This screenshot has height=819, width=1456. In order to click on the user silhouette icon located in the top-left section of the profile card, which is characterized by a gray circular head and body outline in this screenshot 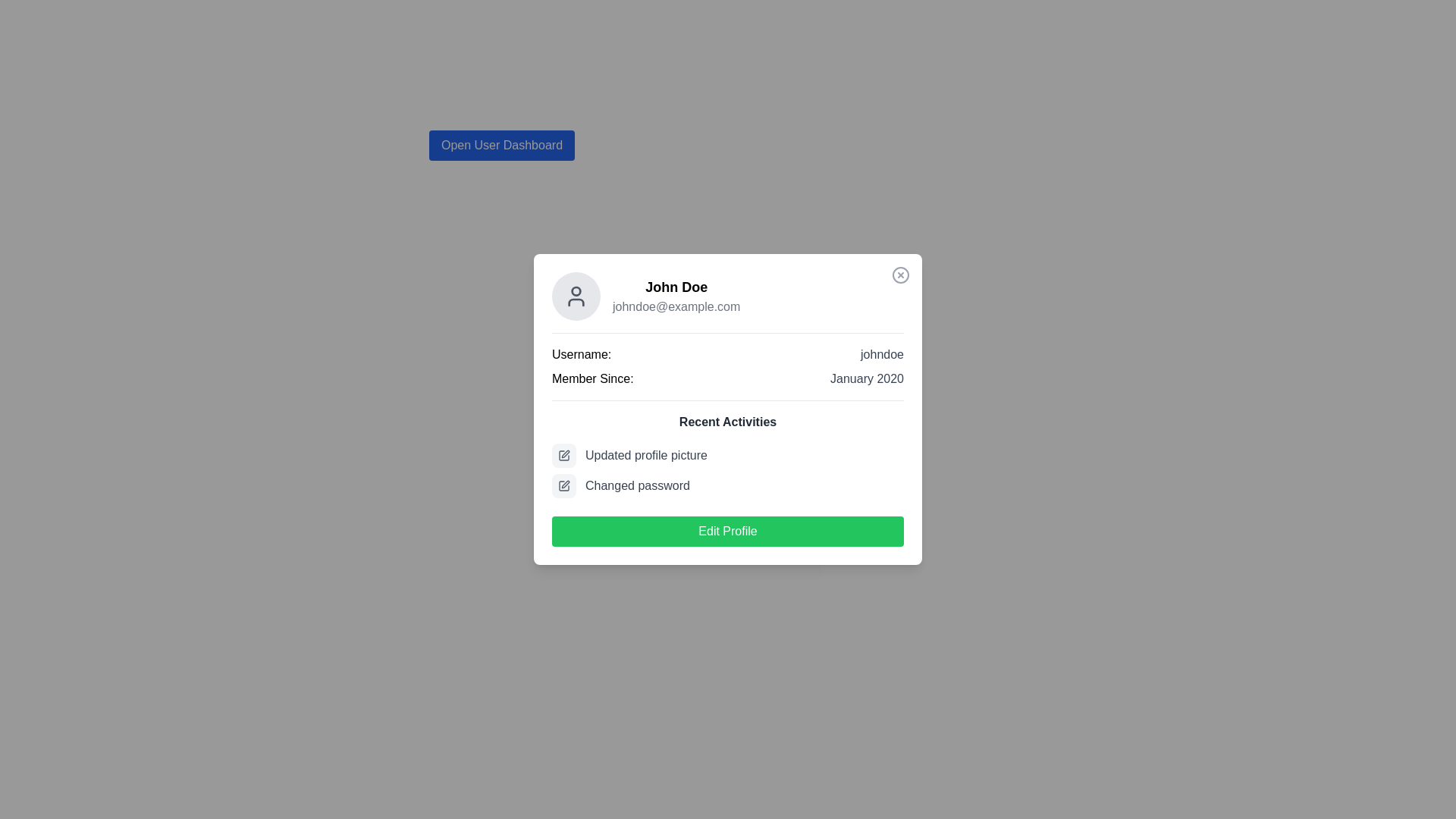, I will do `click(575, 296)`.